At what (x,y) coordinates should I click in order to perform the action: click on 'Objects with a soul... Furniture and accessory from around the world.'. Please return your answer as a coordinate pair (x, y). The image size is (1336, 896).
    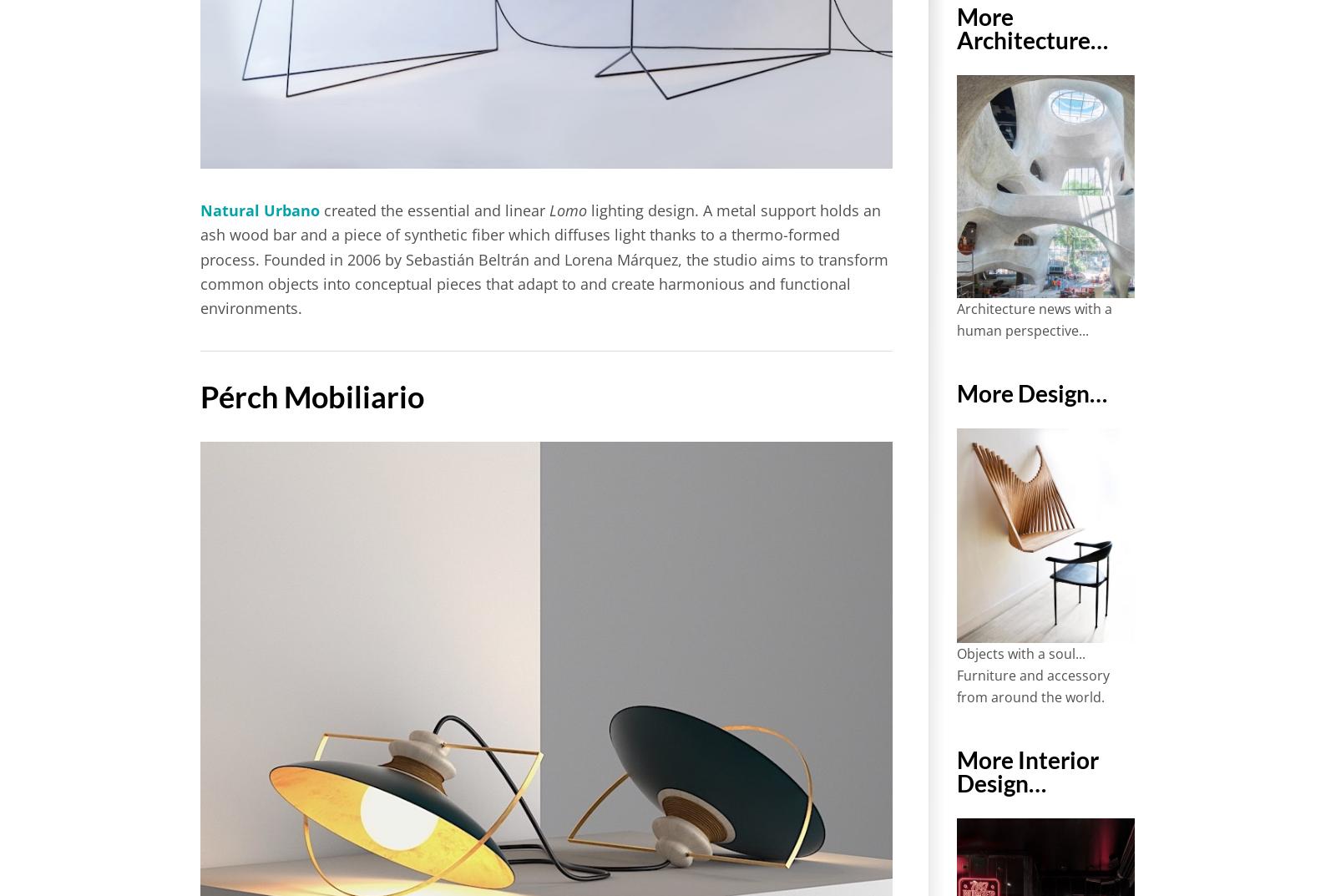
    Looking at the image, I should click on (1031, 674).